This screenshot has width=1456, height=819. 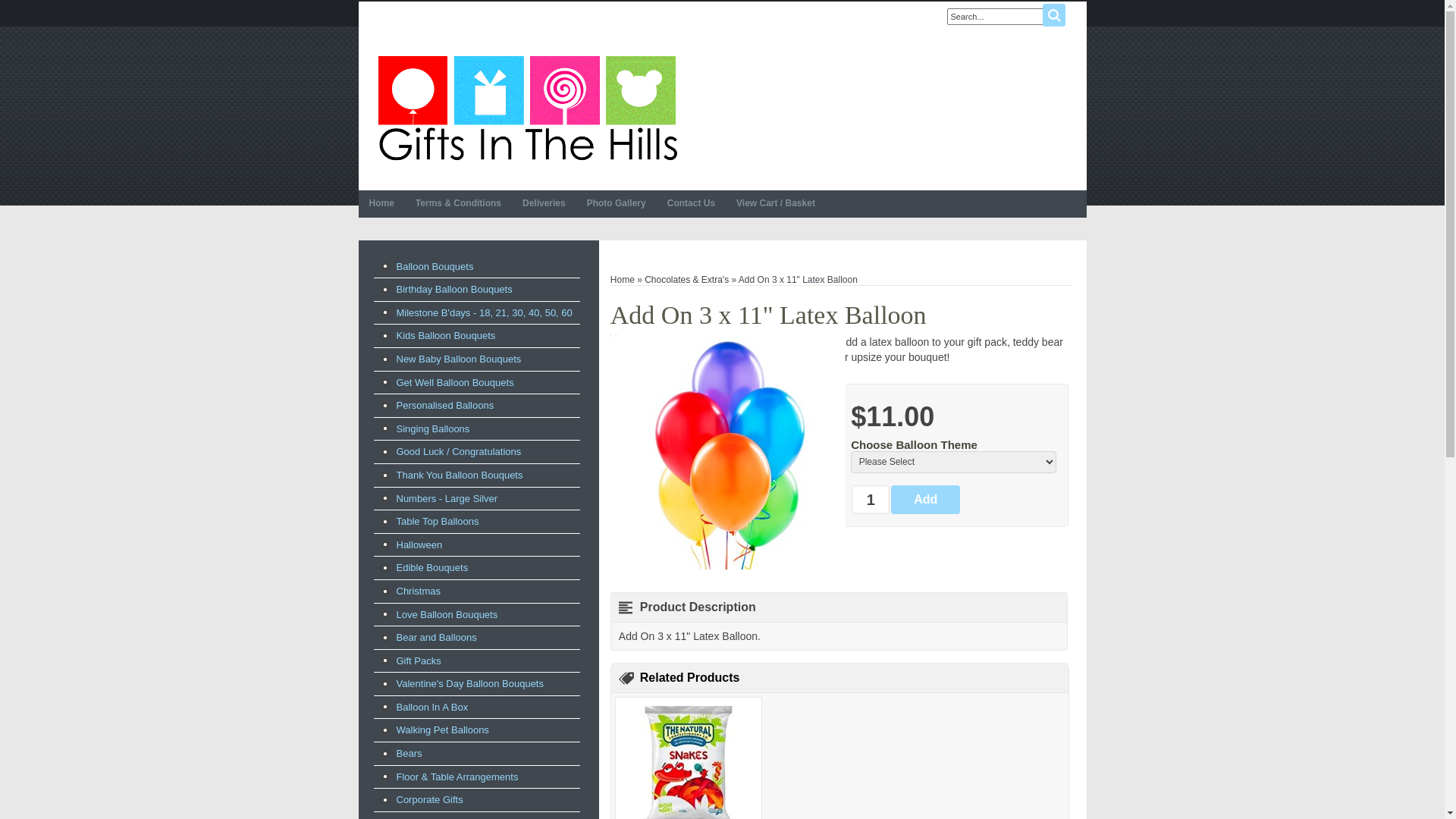 I want to click on 'Get Well Balloon Bouquets', so click(x=475, y=382).